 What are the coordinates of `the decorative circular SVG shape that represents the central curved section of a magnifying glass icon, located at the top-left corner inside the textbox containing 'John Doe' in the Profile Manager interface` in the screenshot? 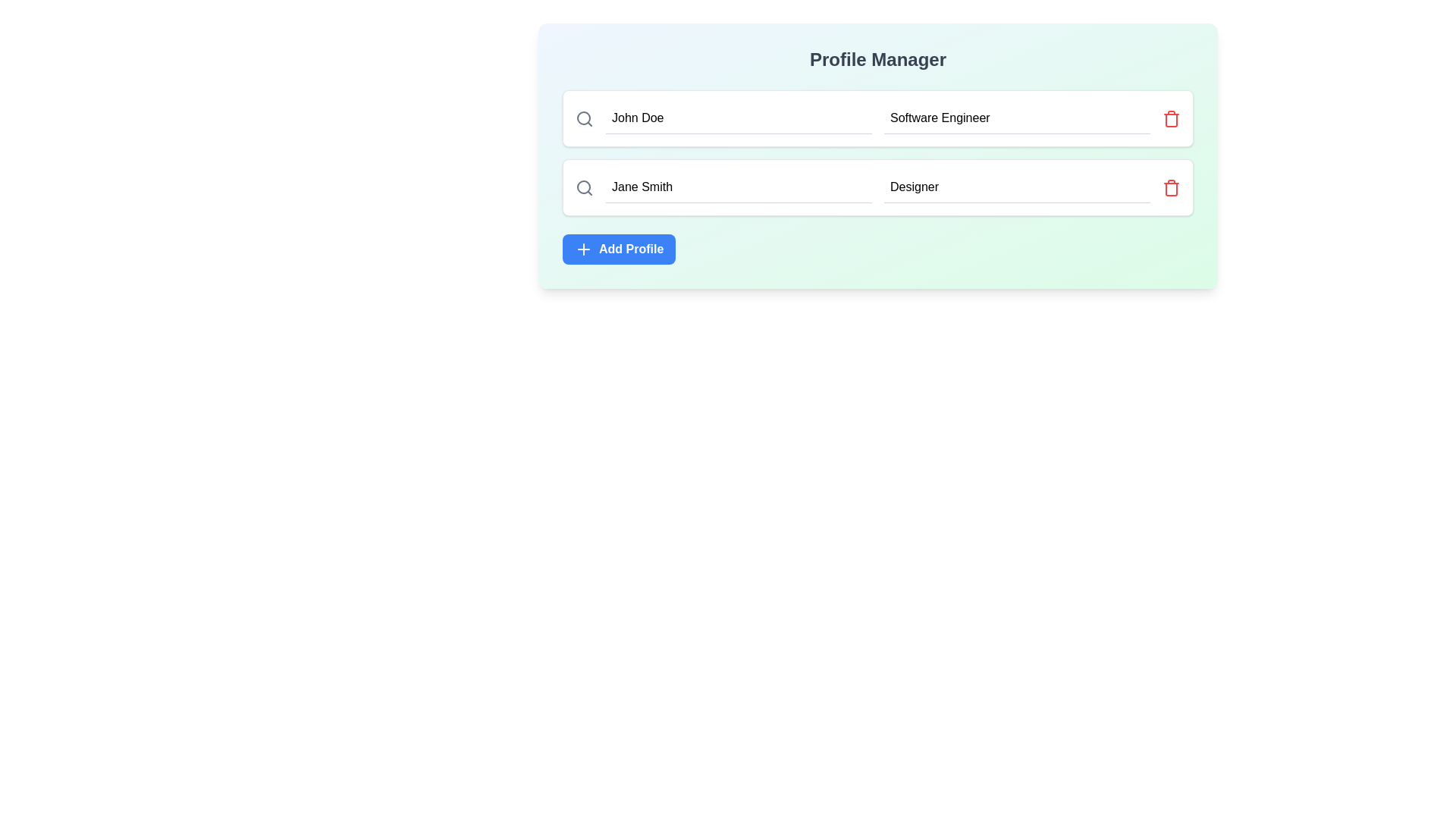 It's located at (582, 117).